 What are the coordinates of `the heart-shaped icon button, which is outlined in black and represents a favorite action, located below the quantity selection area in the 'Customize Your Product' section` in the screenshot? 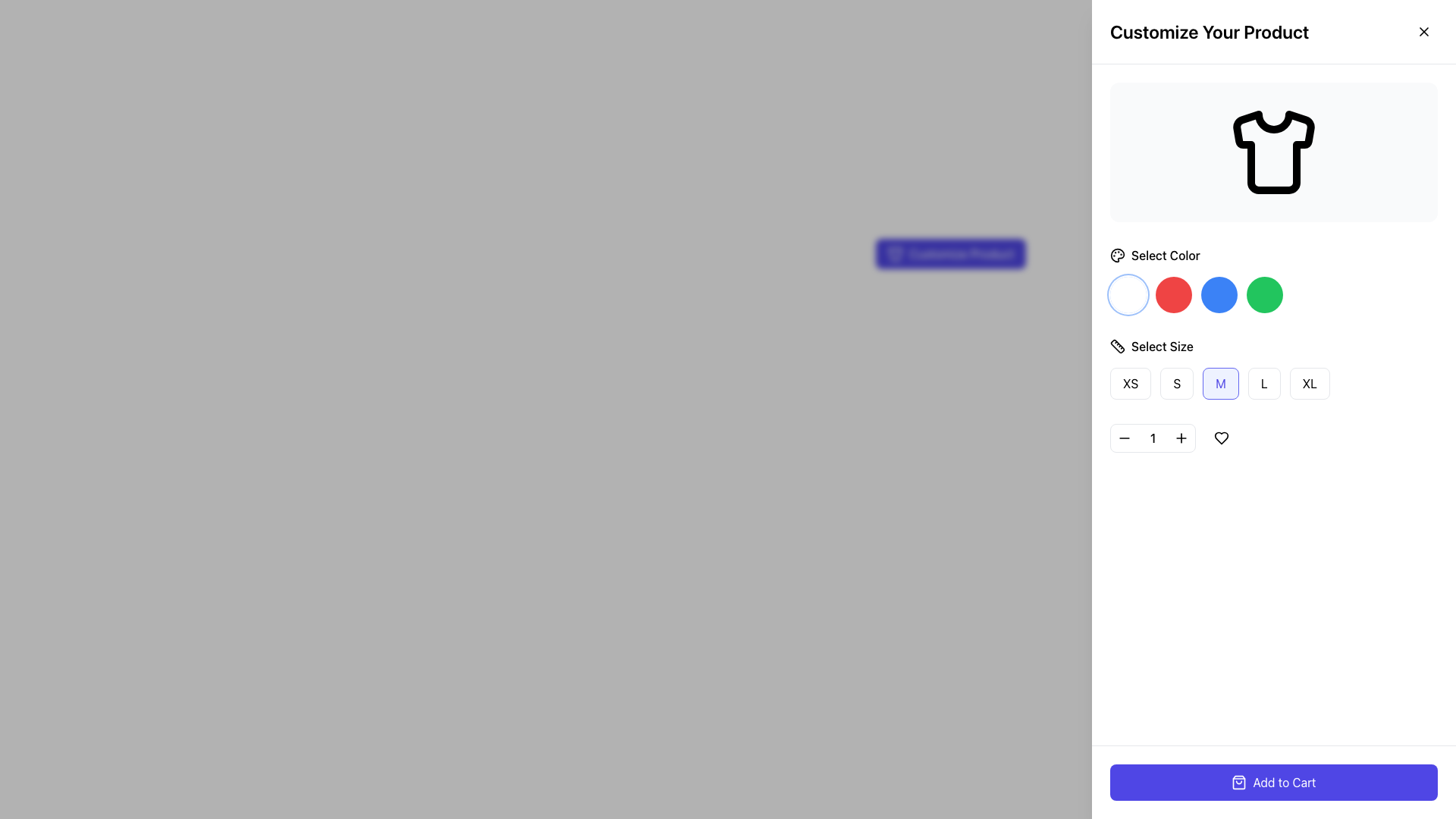 It's located at (1222, 438).